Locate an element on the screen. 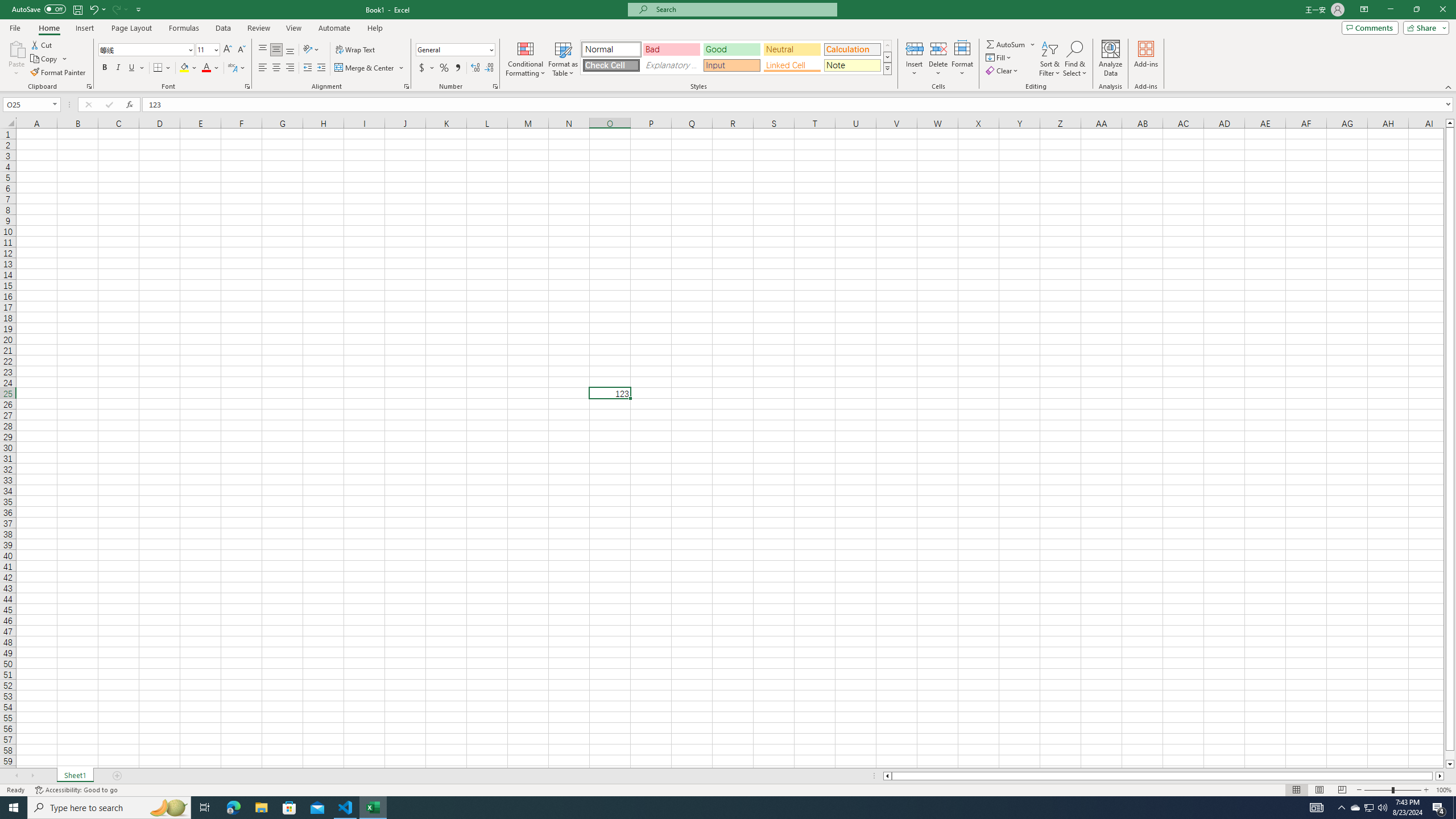  'Borders' is located at coordinates (162, 67).